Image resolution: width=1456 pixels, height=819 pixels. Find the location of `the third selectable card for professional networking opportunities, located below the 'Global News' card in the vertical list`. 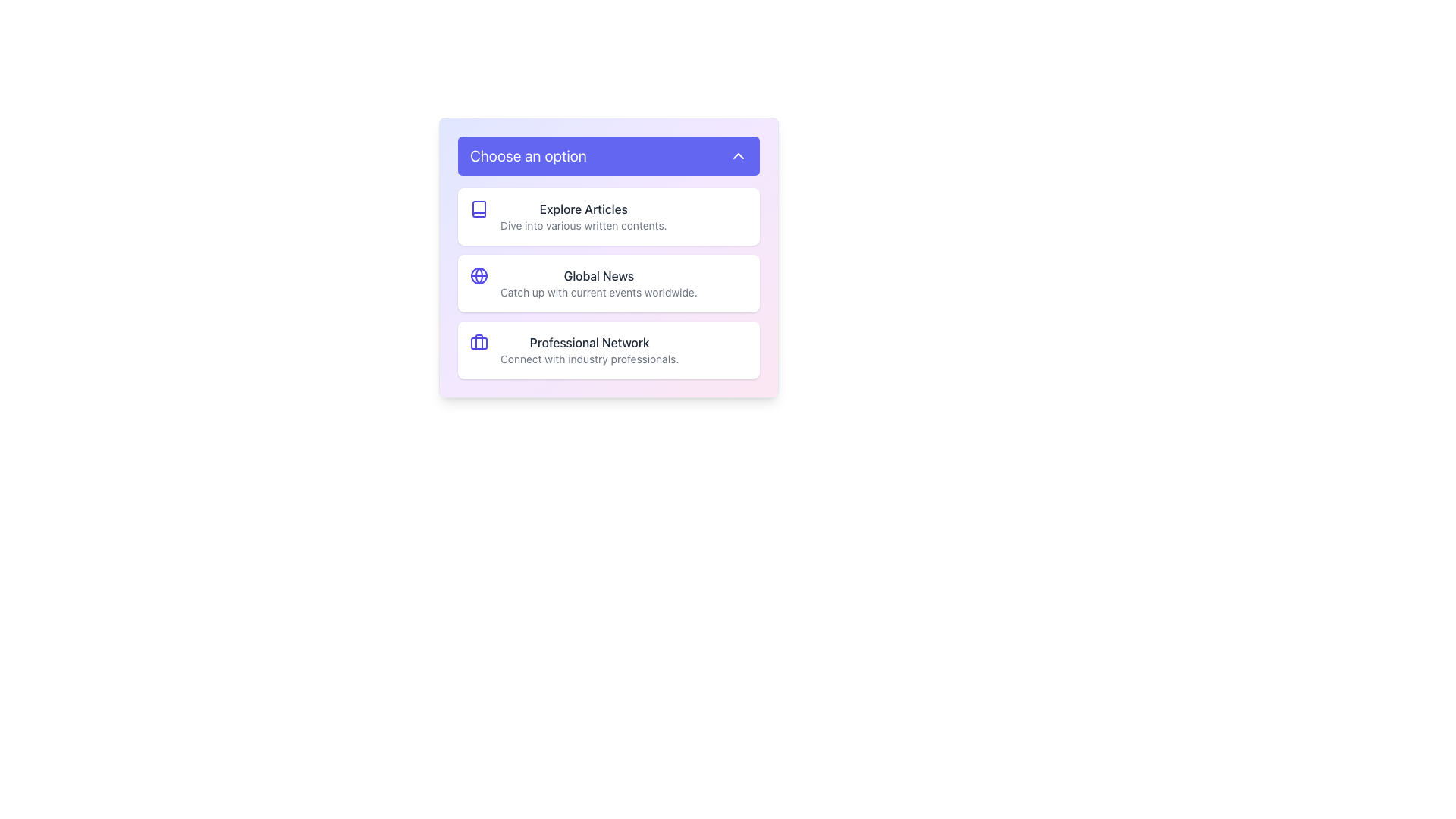

the third selectable card for professional networking opportunities, located below the 'Global News' card in the vertical list is located at coordinates (608, 350).